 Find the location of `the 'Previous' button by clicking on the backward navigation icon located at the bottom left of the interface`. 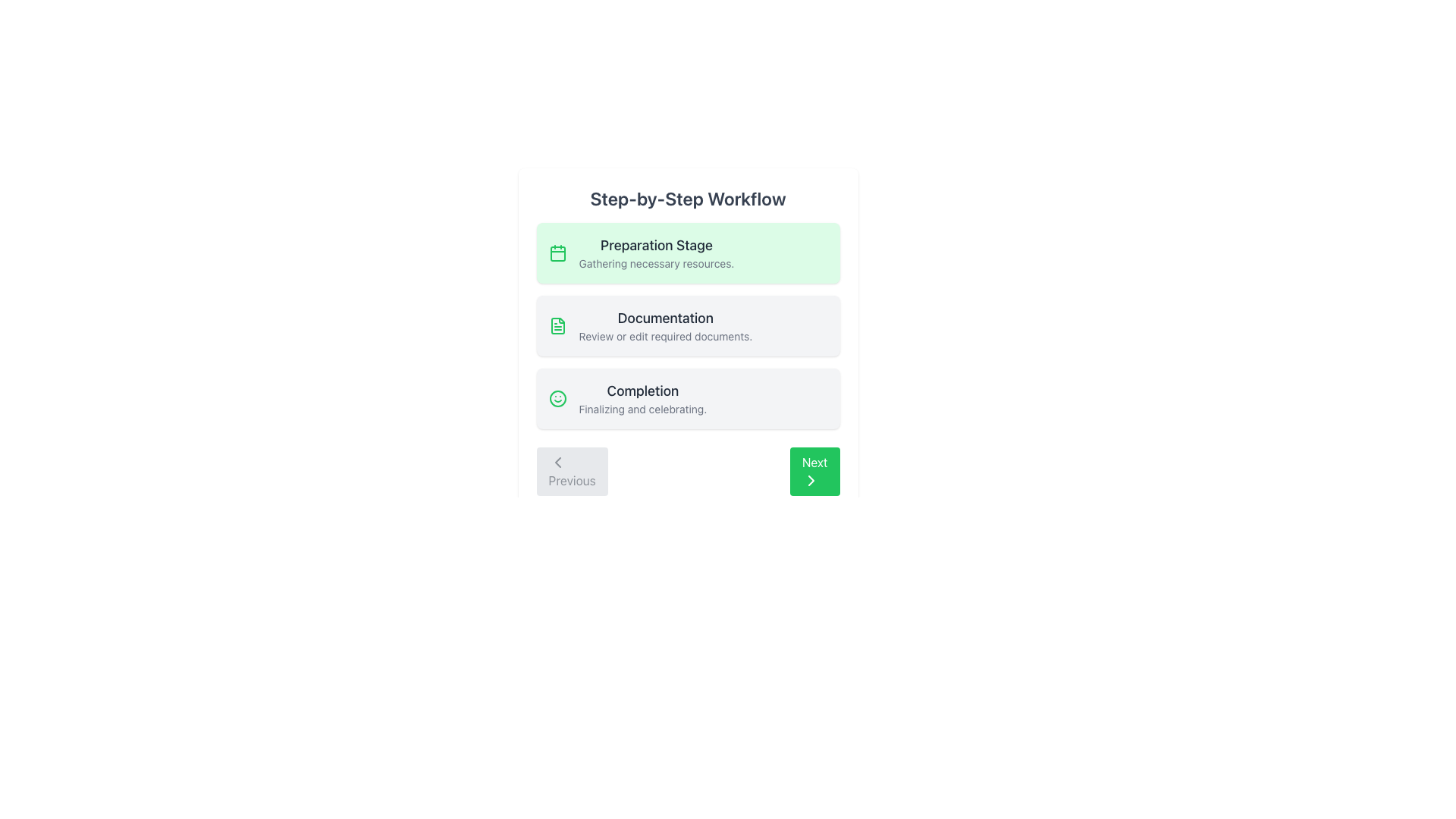

the 'Previous' button by clicking on the backward navigation icon located at the bottom left of the interface is located at coordinates (557, 461).